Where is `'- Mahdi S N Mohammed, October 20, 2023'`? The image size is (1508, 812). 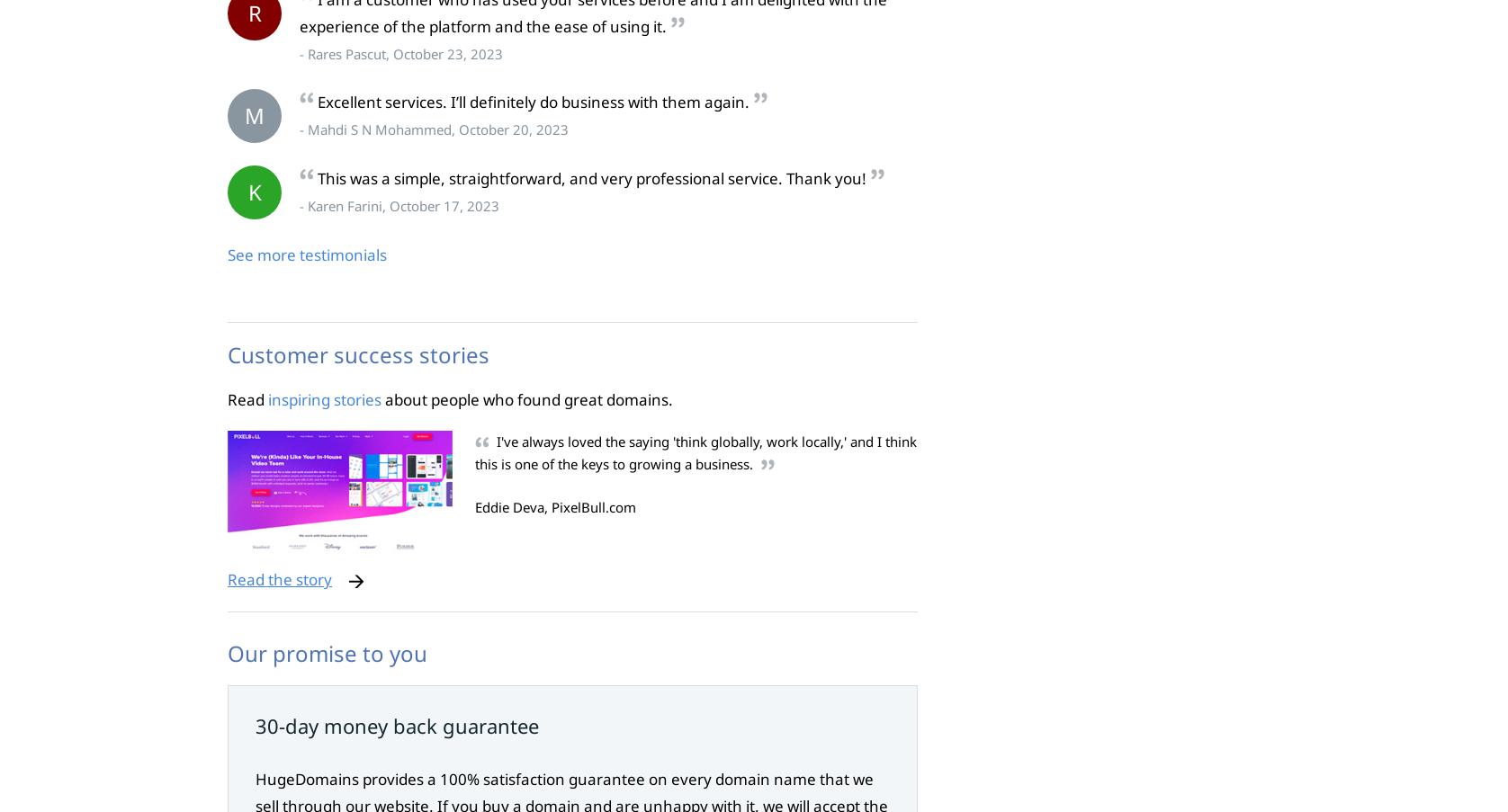 '- Mahdi S N Mohammed, October 20, 2023' is located at coordinates (299, 129).